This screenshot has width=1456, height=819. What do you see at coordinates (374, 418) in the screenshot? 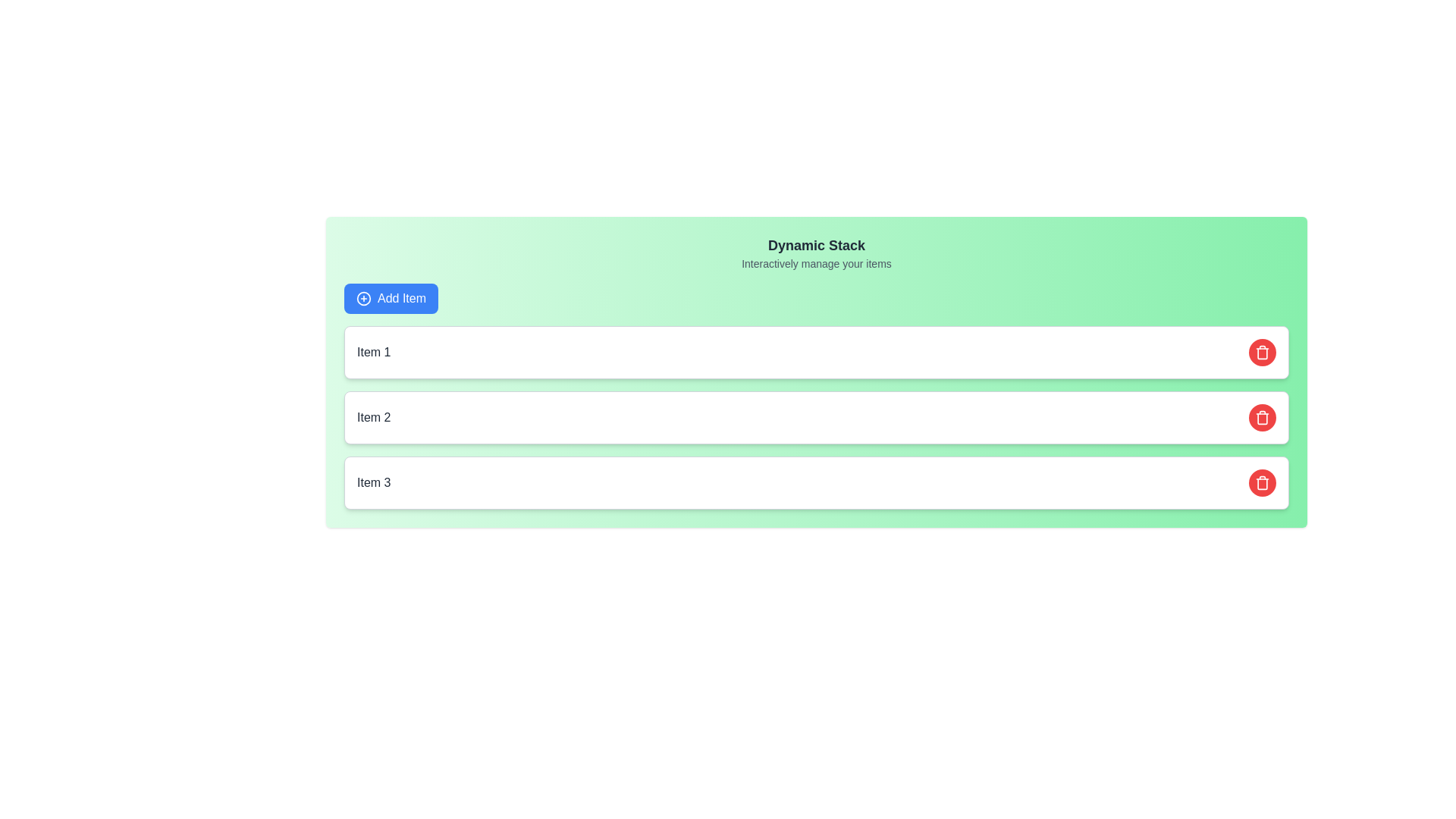
I see `the text label that displays 'Item 2', which is located in a light-green card below the 'Add Item' button` at bounding box center [374, 418].